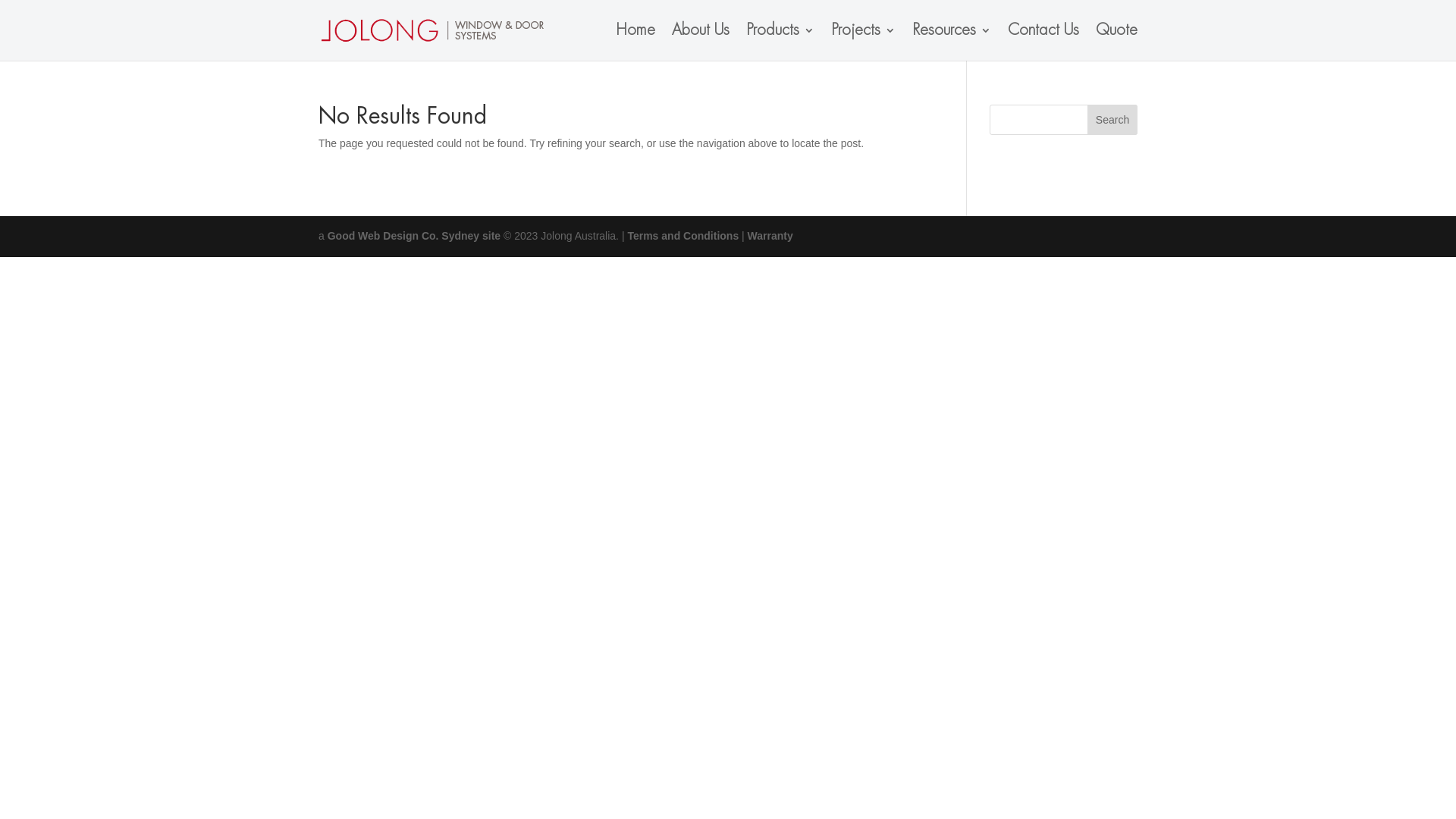 The width and height of the screenshot is (1456, 819). I want to click on 'Home', so click(635, 42).